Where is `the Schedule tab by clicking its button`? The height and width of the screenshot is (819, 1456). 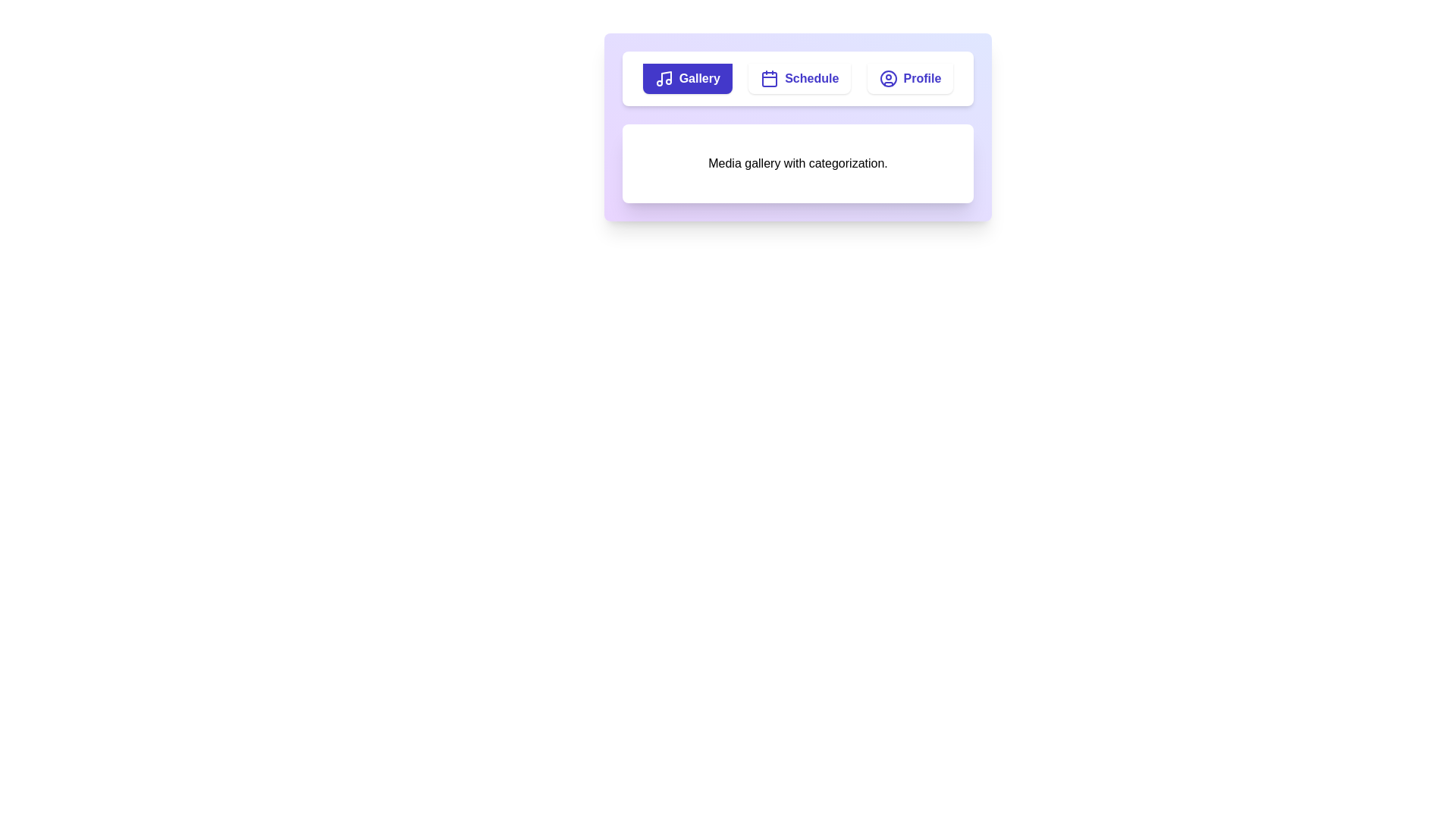 the Schedule tab by clicking its button is located at coordinates (799, 79).